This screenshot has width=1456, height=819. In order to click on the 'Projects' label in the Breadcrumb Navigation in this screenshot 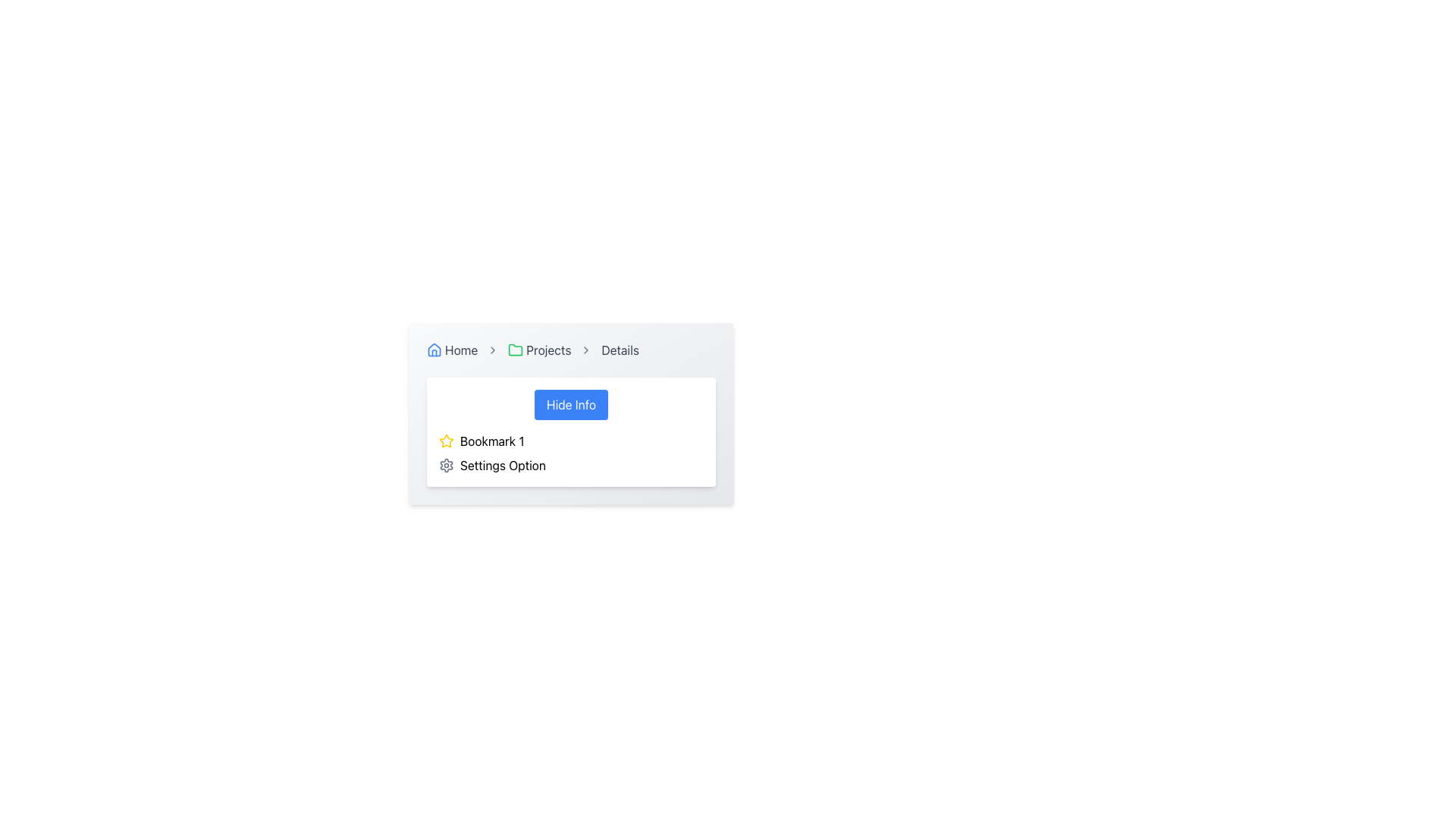, I will do `click(570, 350)`.